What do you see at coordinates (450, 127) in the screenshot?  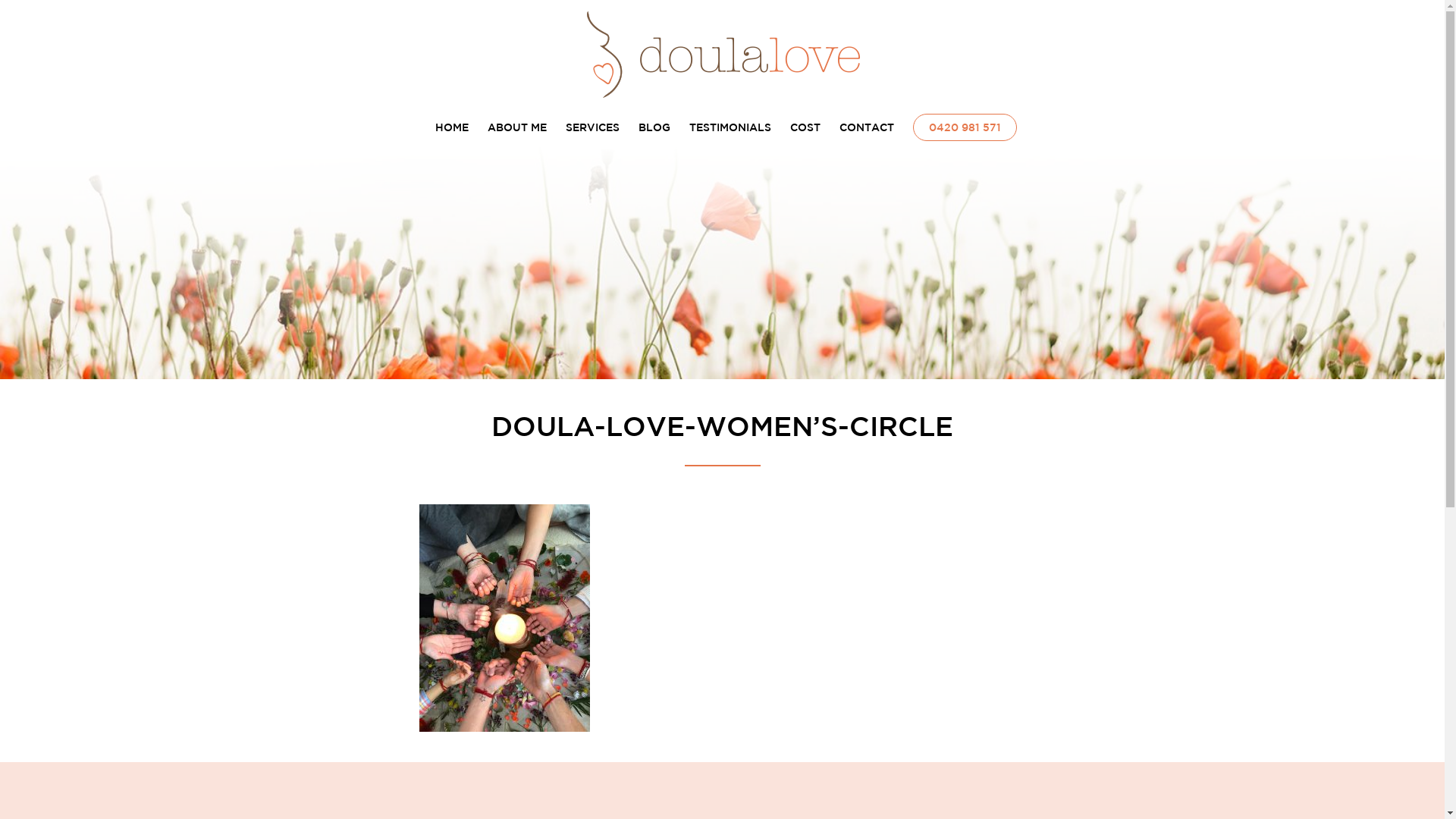 I see `'HOME'` at bounding box center [450, 127].